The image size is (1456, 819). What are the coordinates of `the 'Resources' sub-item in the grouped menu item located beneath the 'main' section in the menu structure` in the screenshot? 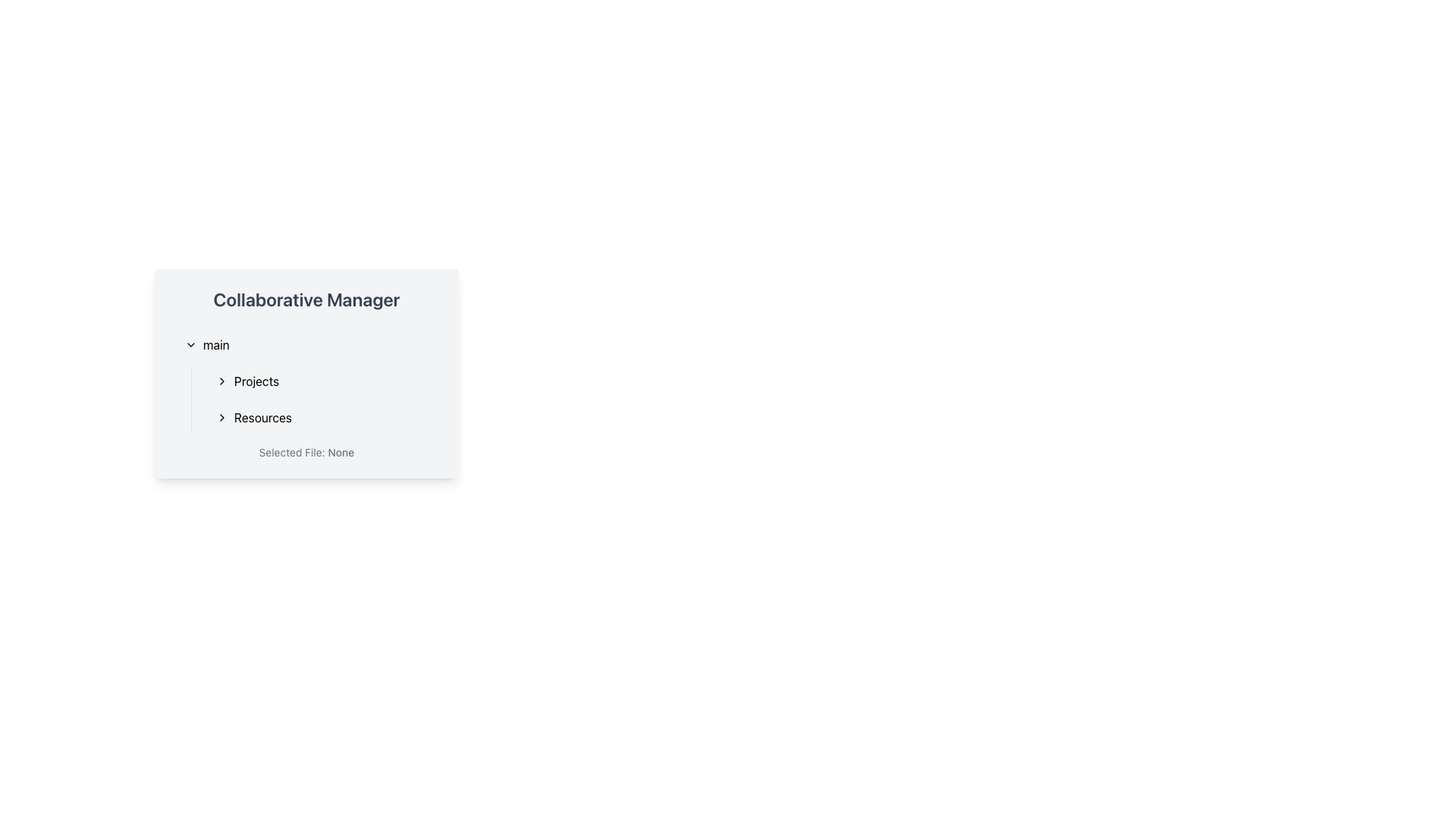 It's located at (315, 399).